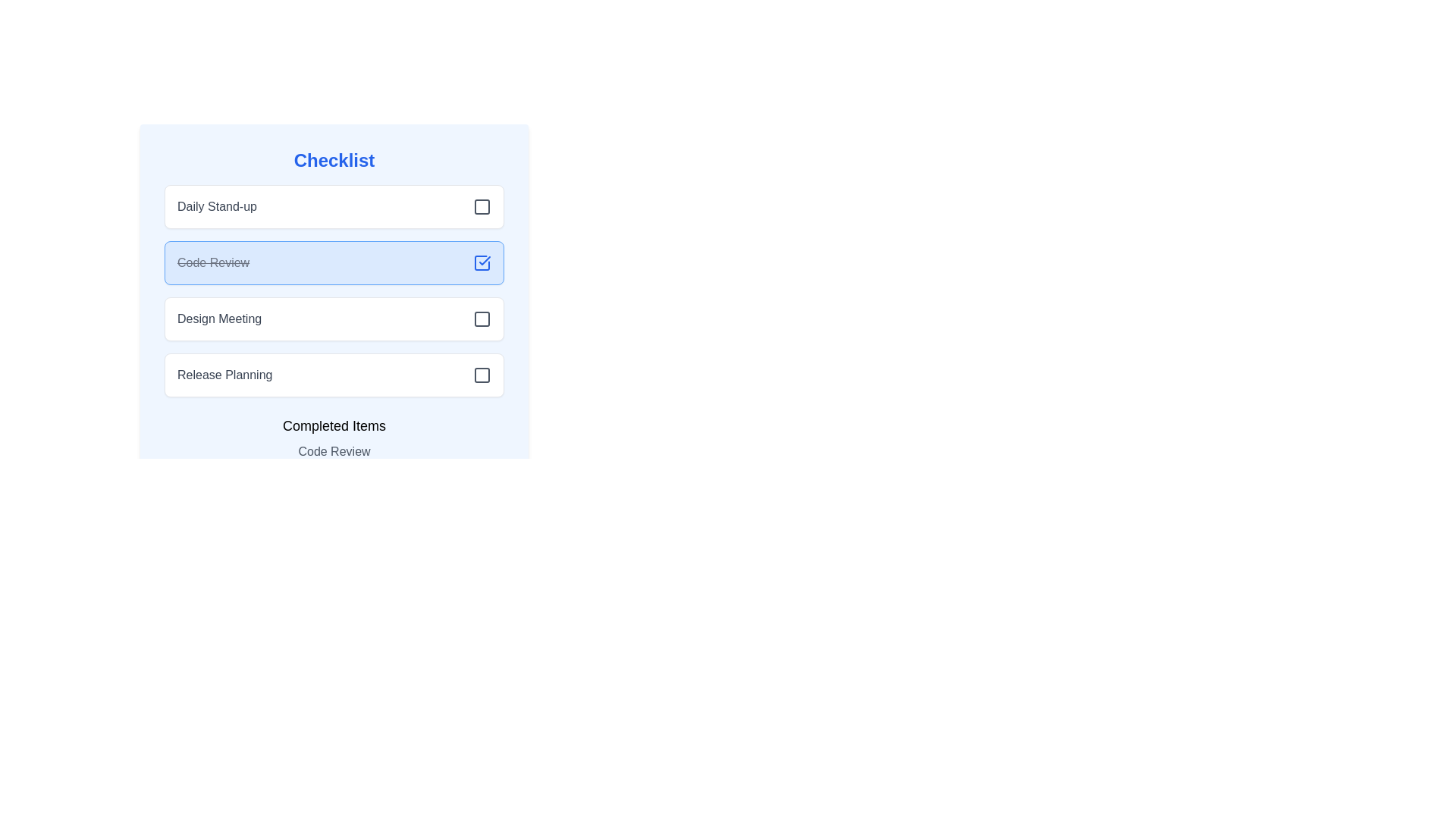  I want to click on the checked icon indicating the completion status of the 'Code Review' item in the checklist, which is the second icon vertically in the list, so click(481, 262).